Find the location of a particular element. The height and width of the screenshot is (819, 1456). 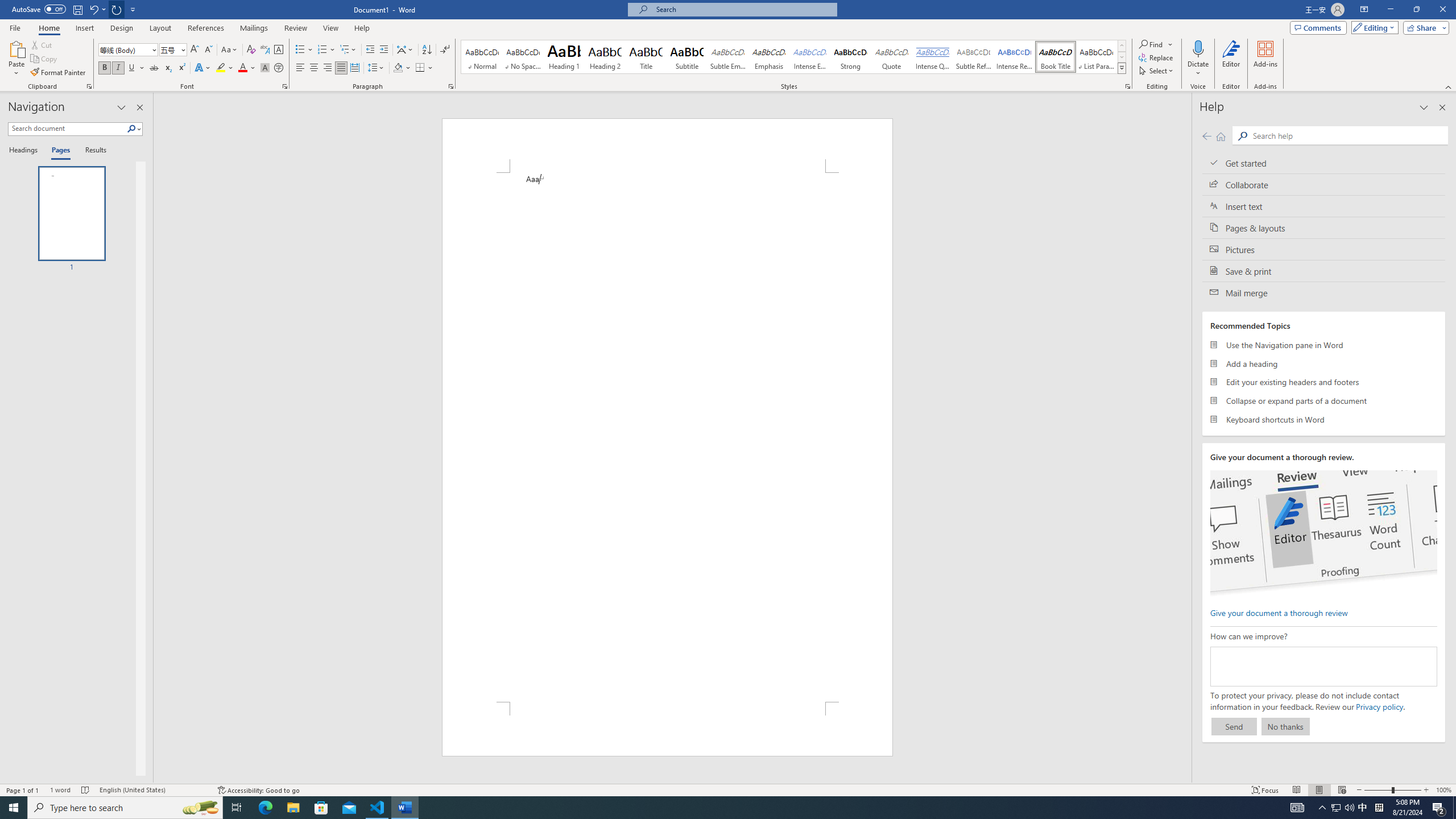

'Strikethrough' is located at coordinates (154, 67).